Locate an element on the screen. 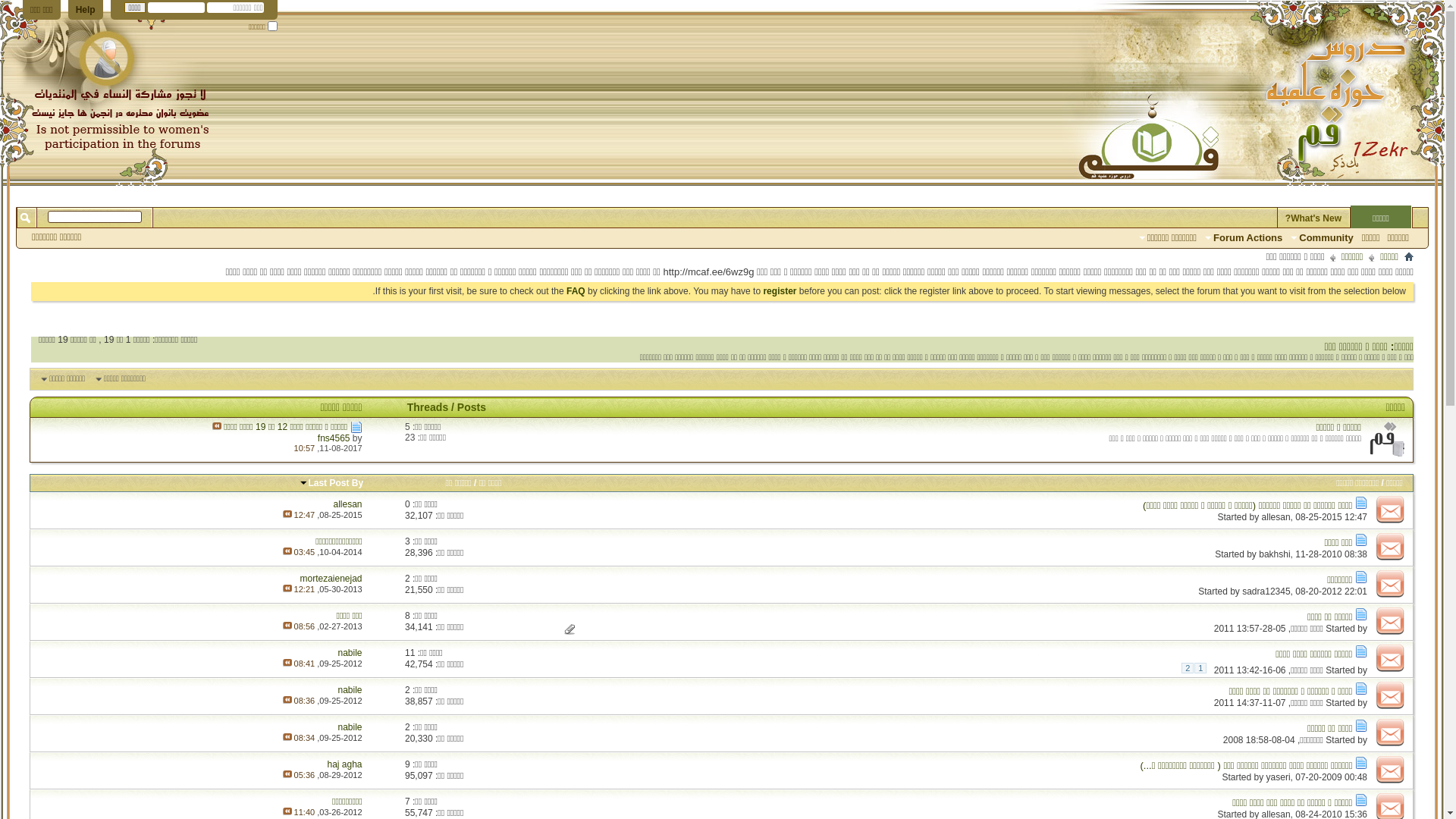 The width and height of the screenshot is (1456, 819). 'What's New?' is located at coordinates (1276, 218).